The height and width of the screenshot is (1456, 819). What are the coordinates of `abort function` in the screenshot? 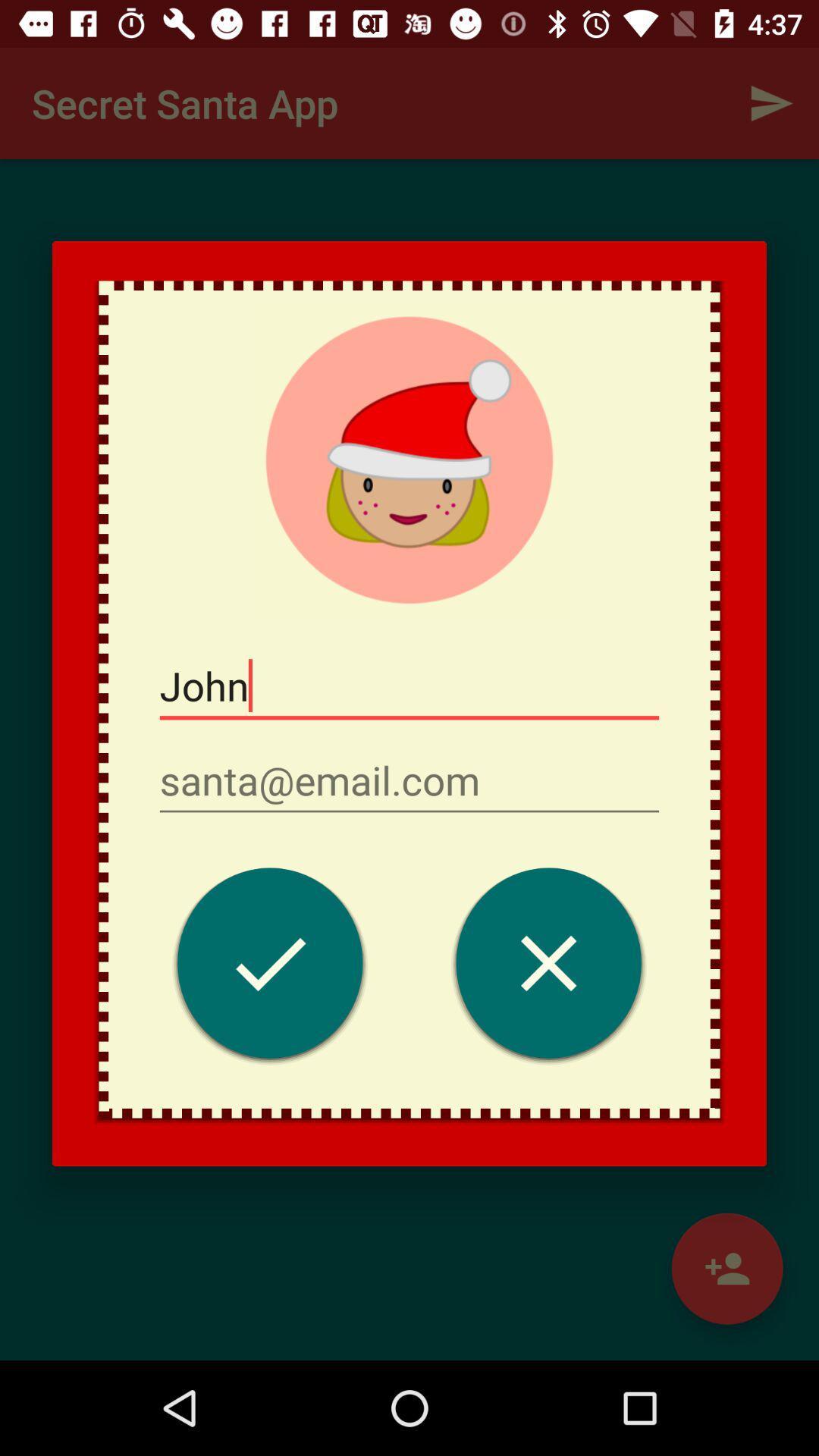 It's located at (548, 966).